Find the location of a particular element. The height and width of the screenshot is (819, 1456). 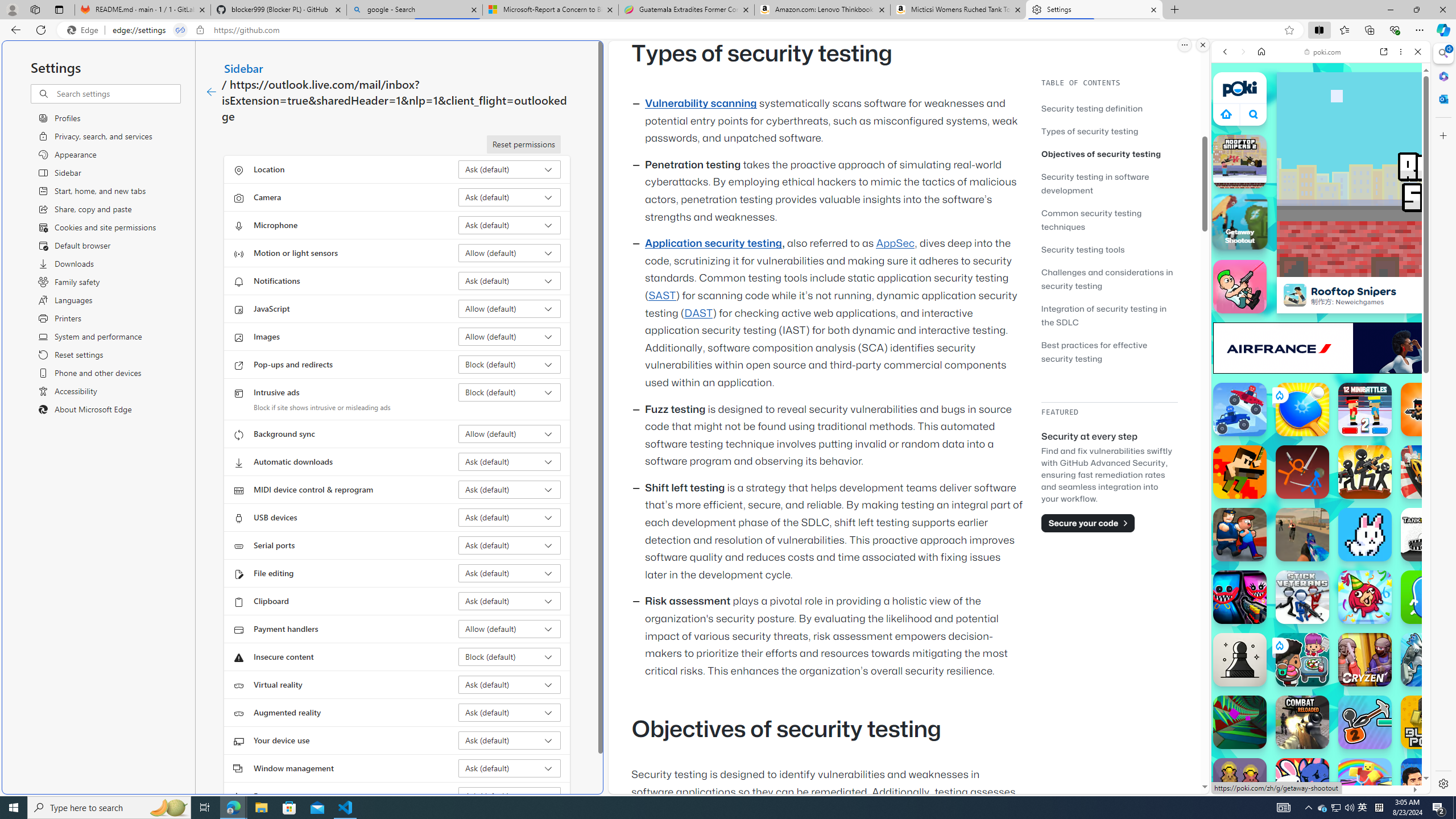

'Fonts Ask (default)' is located at coordinates (510, 795).